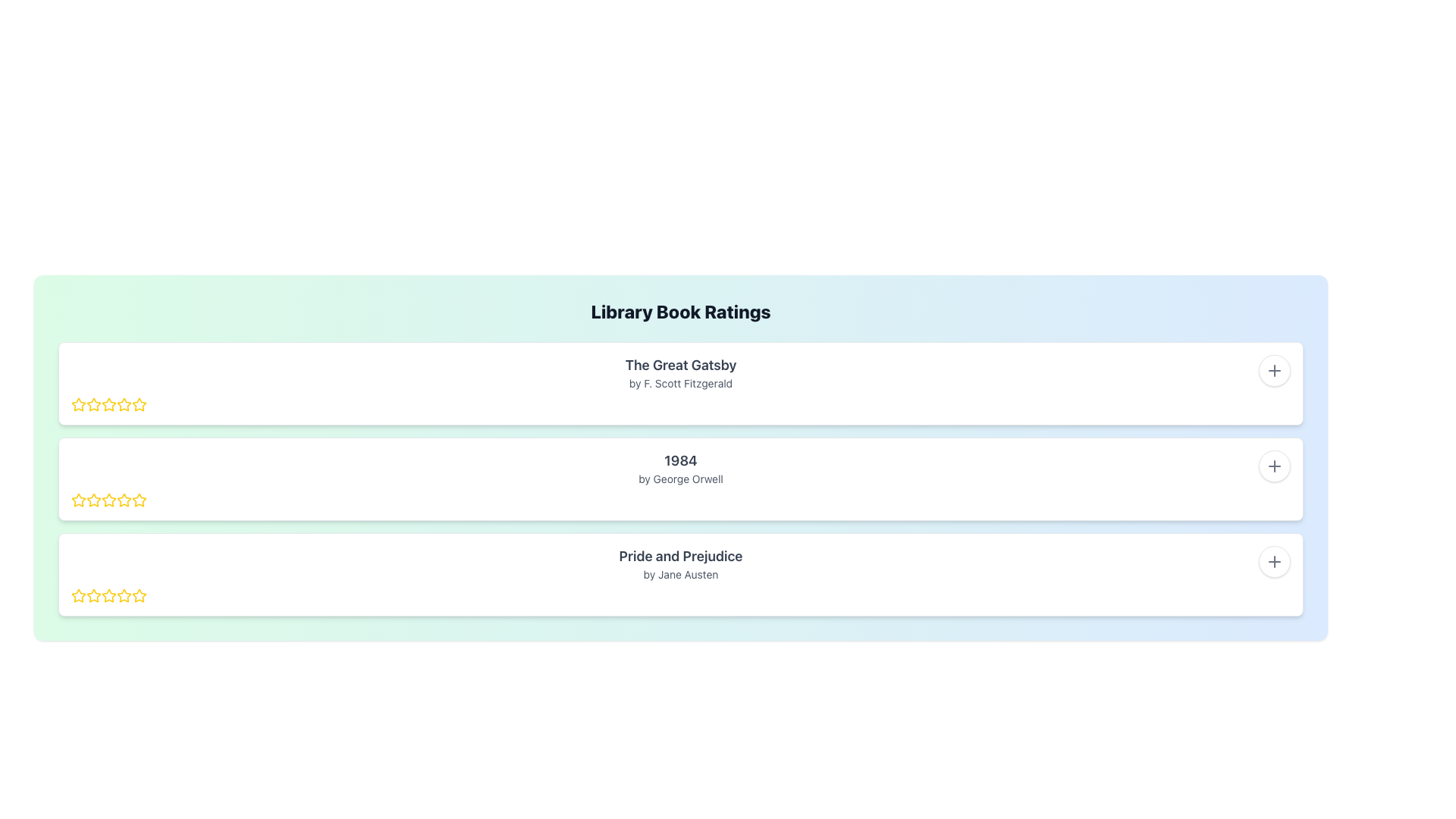 The height and width of the screenshot is (819, 1456). Describe the element at coordinates (93, 500) in the screenshot. I see `the second star rating icon for the book '1984' by George Orwell, which represents a rating of 2 stars` at that location.